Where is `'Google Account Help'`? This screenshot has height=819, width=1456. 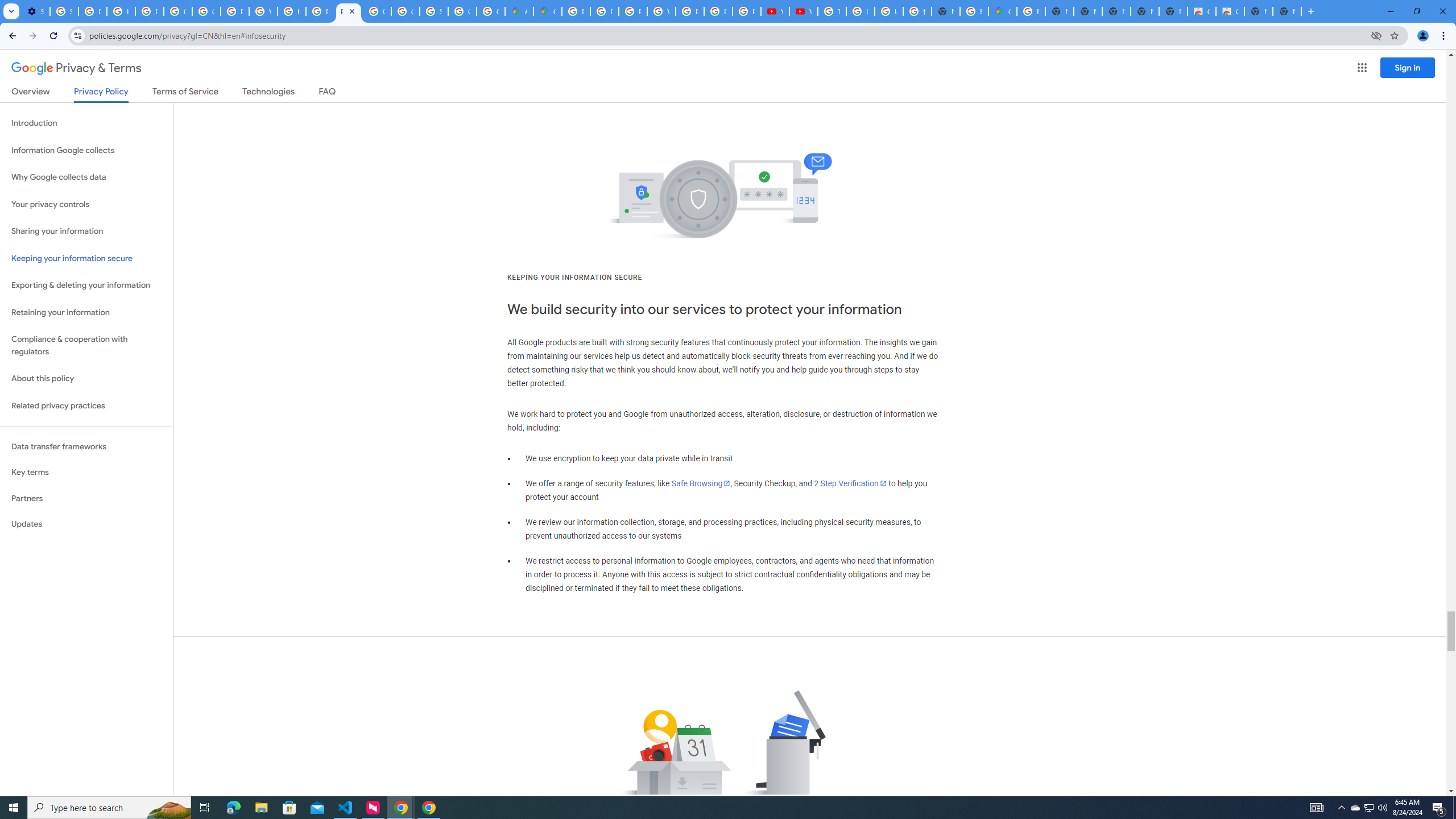 'Google Account Help' is located at coordinates (178, 11).